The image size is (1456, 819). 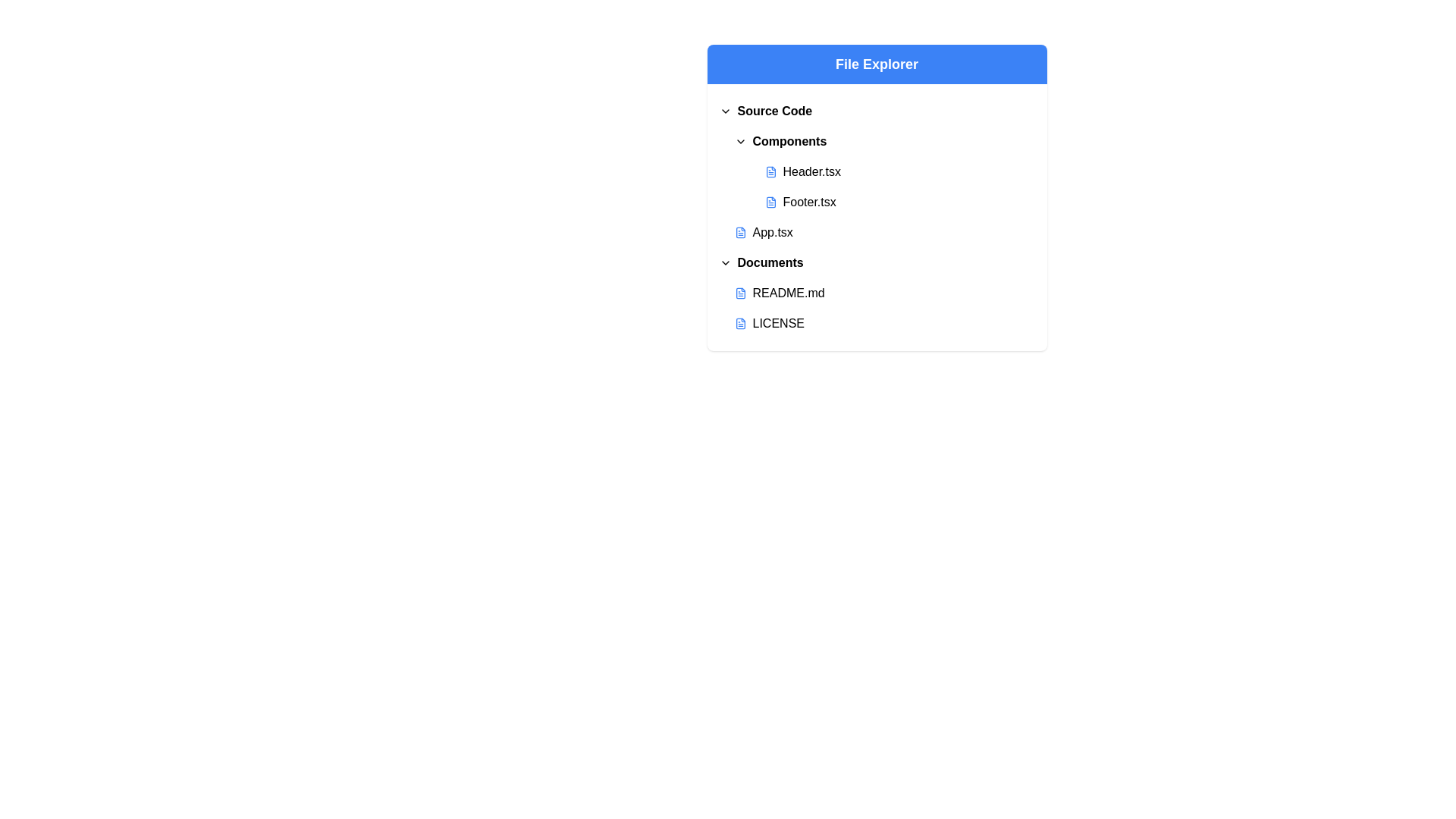 I want to click on the selectable file entry labeled 'README.md' within the 'Documents' section of the directory tree, so click(x=877, y=293).